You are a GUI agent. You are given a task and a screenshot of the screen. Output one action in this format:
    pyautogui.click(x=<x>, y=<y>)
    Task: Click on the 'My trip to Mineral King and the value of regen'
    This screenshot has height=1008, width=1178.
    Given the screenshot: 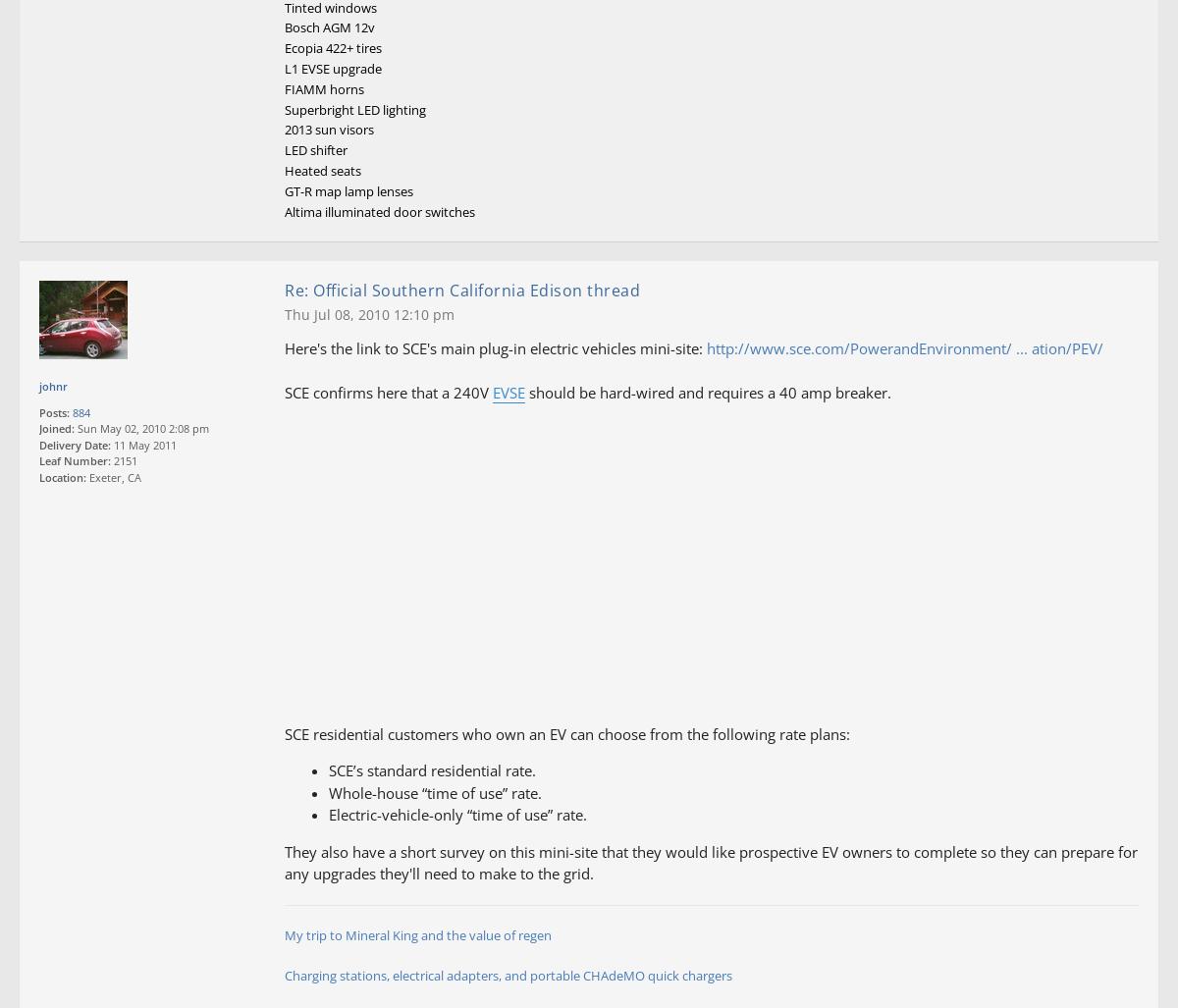 What is the action you would take?
    pyautogui.click(x=418, y=934)
    